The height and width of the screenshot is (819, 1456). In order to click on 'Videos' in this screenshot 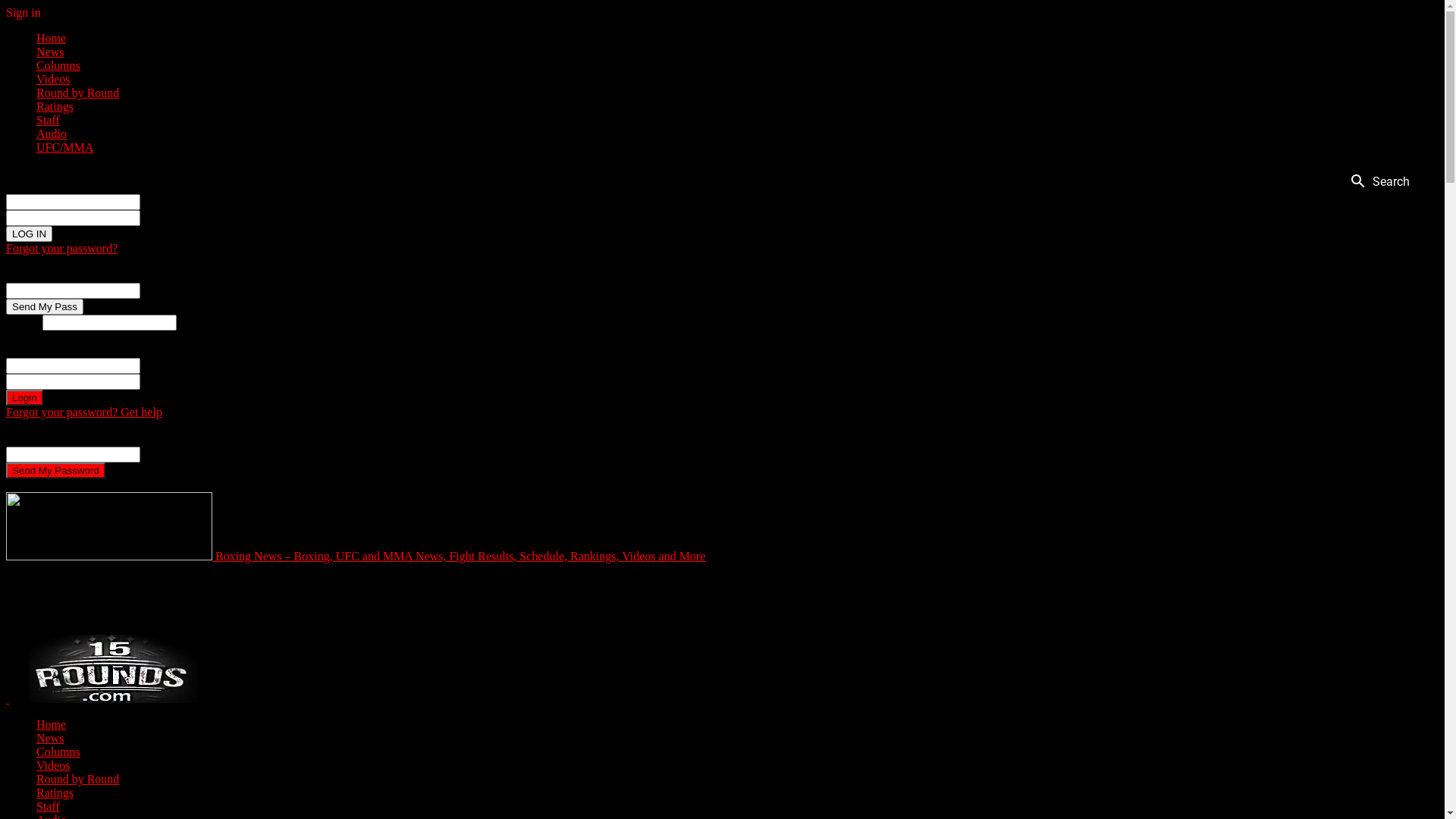, I will do `click(53, 79)`.